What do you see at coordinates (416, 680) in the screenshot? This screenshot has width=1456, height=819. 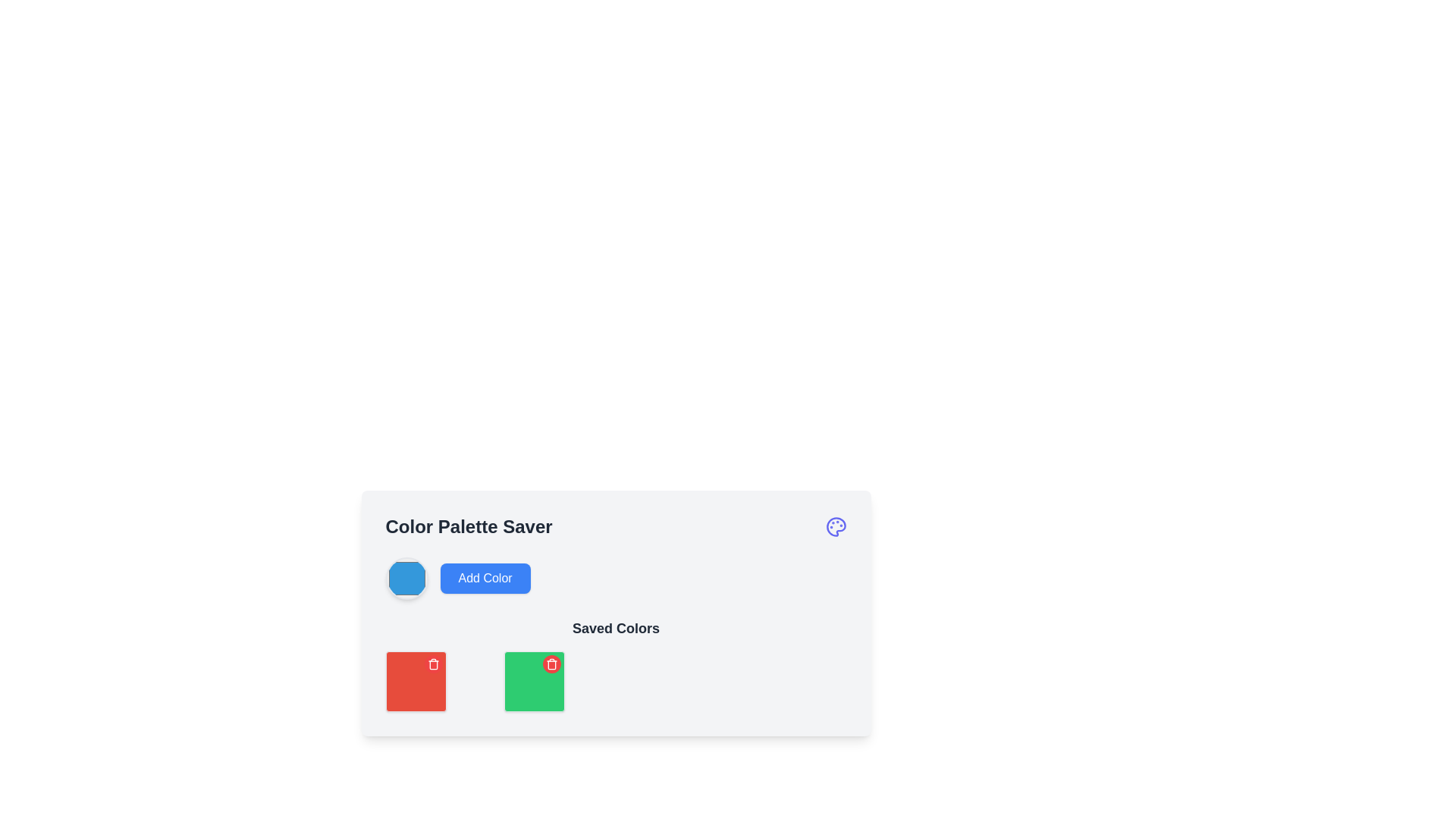 I see `the interactive visual block with a red background and a nested trash can button located under the 'Saved Colors' title` at bounding box center [416, 680].